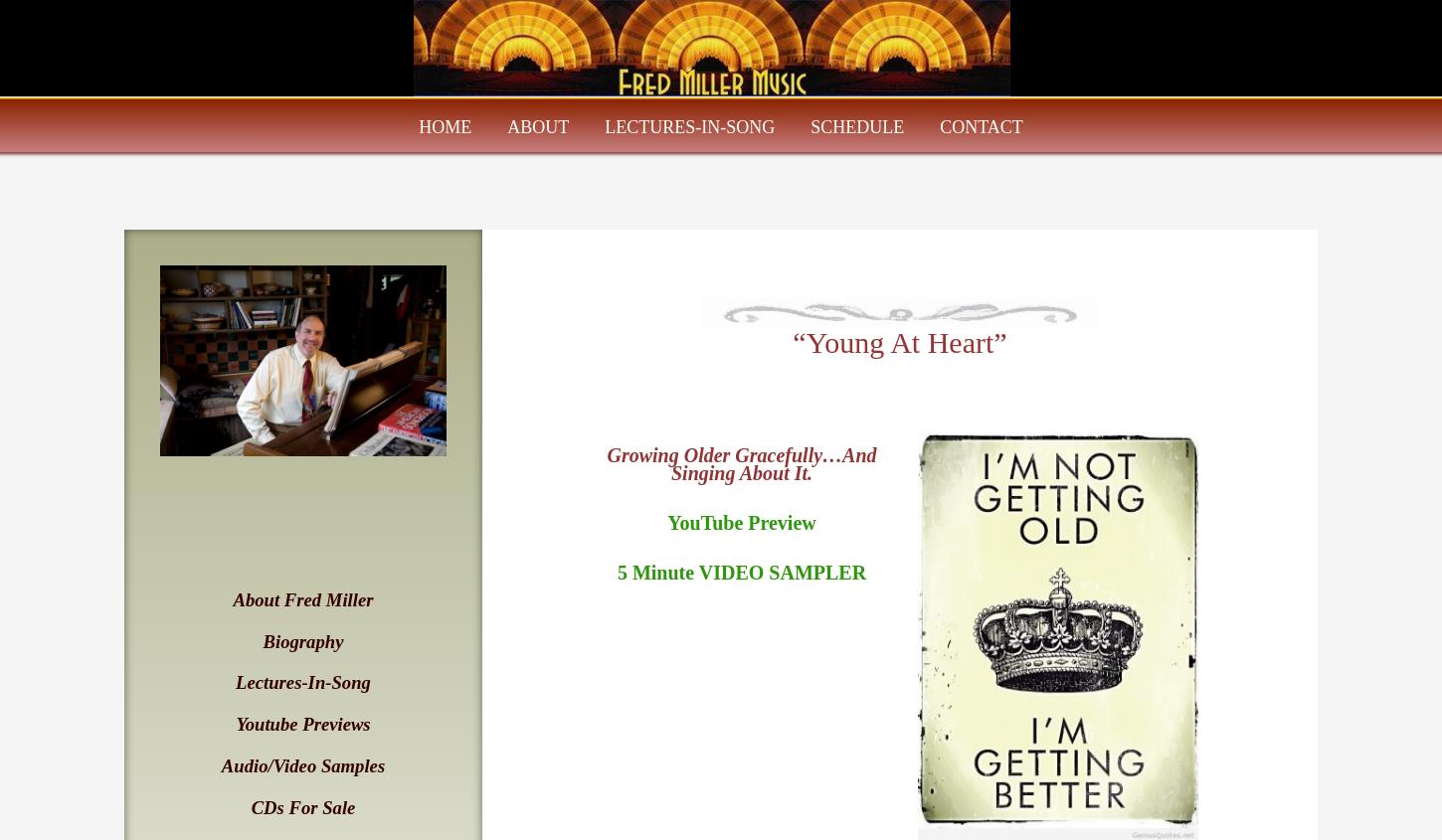 This screenshot has width=1442, height=840. What do you see at coordinates (741, 522) in the screenshot?
I see `'YouTube Preview'` at bounding box center [741, 522].